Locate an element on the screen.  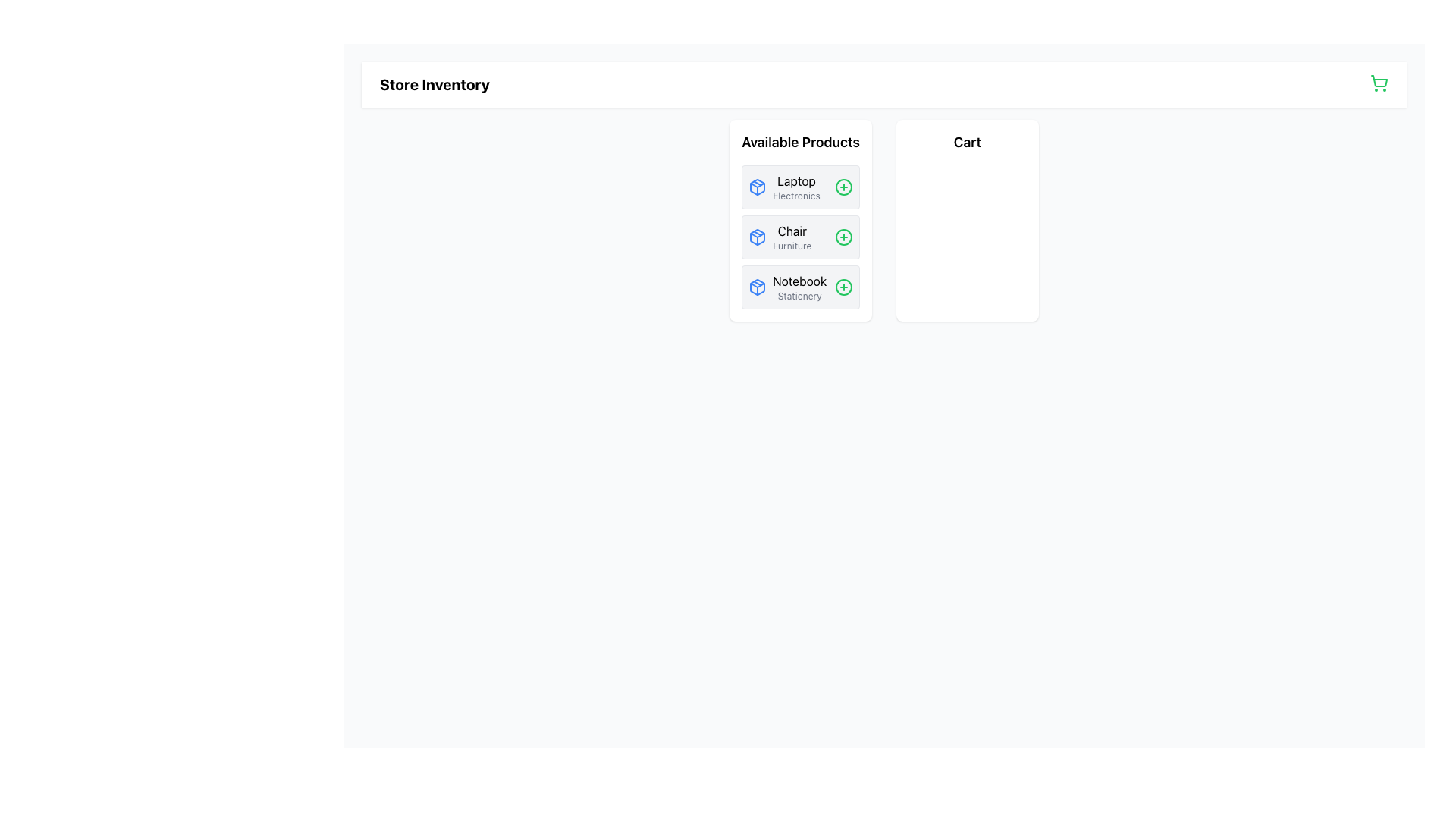
the third product card representing the 'Notebook' item in the 'Available Products' section is located at coordinates (800, 287).